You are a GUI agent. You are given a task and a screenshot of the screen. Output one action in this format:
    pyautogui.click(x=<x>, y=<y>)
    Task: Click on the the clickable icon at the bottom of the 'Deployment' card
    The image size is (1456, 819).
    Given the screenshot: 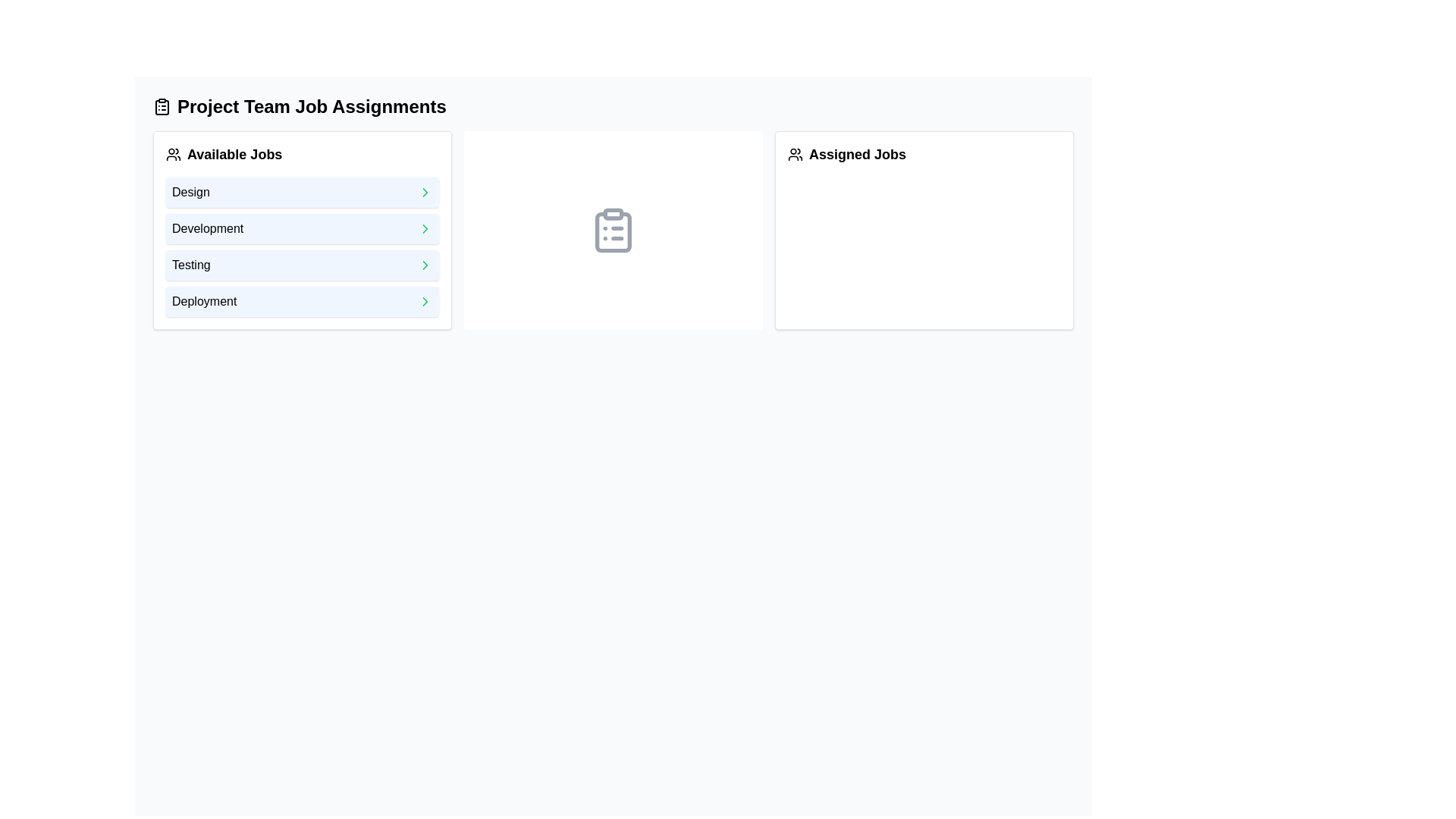 What is the action you would take?
    pyautogui.click(x=425, y=301)
    